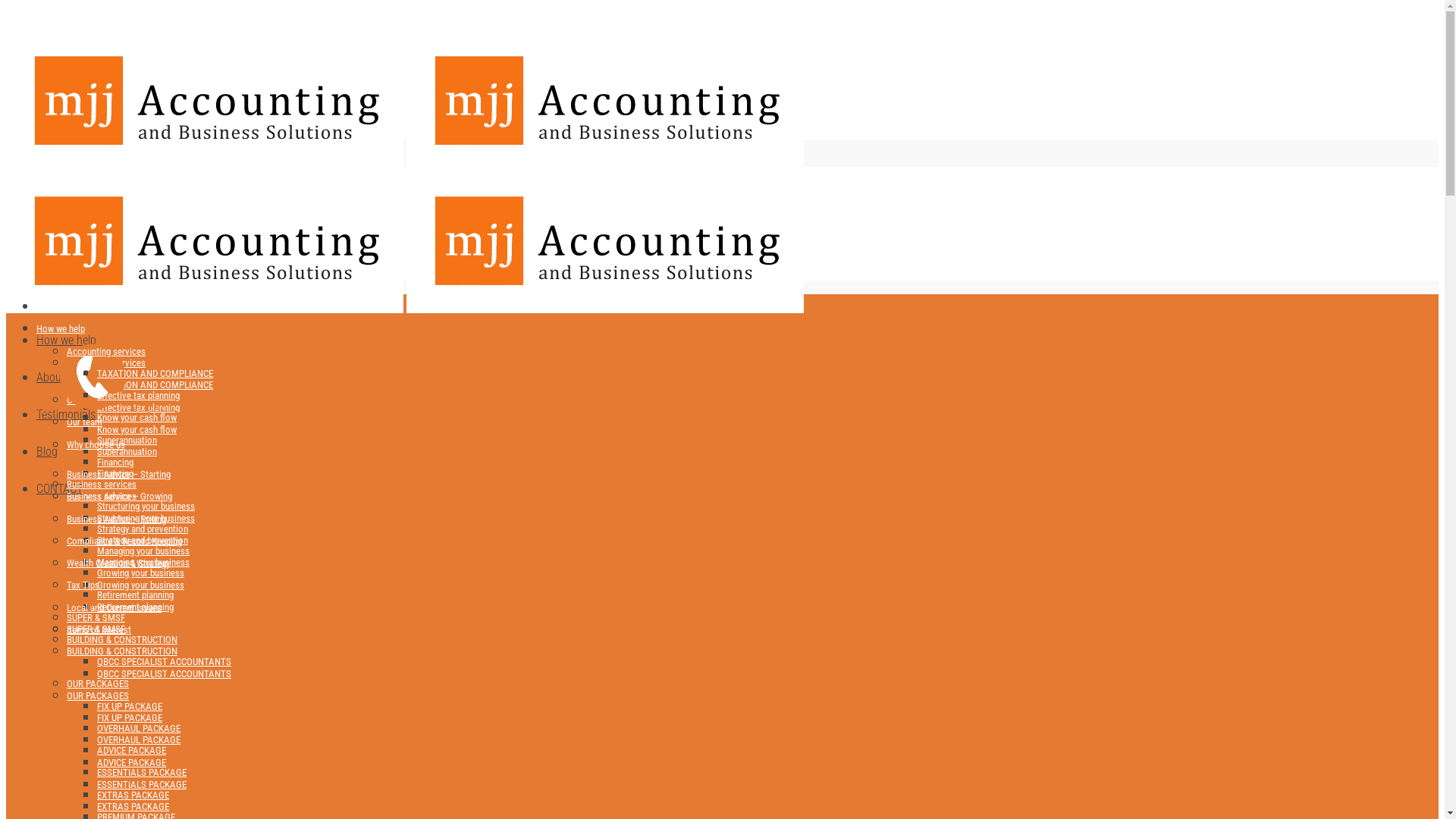  Describe the element at coordinates (164, 672) in the screenshot. I see `'QBCC SPECIALIST ACCOUNTANTS'` at that location.